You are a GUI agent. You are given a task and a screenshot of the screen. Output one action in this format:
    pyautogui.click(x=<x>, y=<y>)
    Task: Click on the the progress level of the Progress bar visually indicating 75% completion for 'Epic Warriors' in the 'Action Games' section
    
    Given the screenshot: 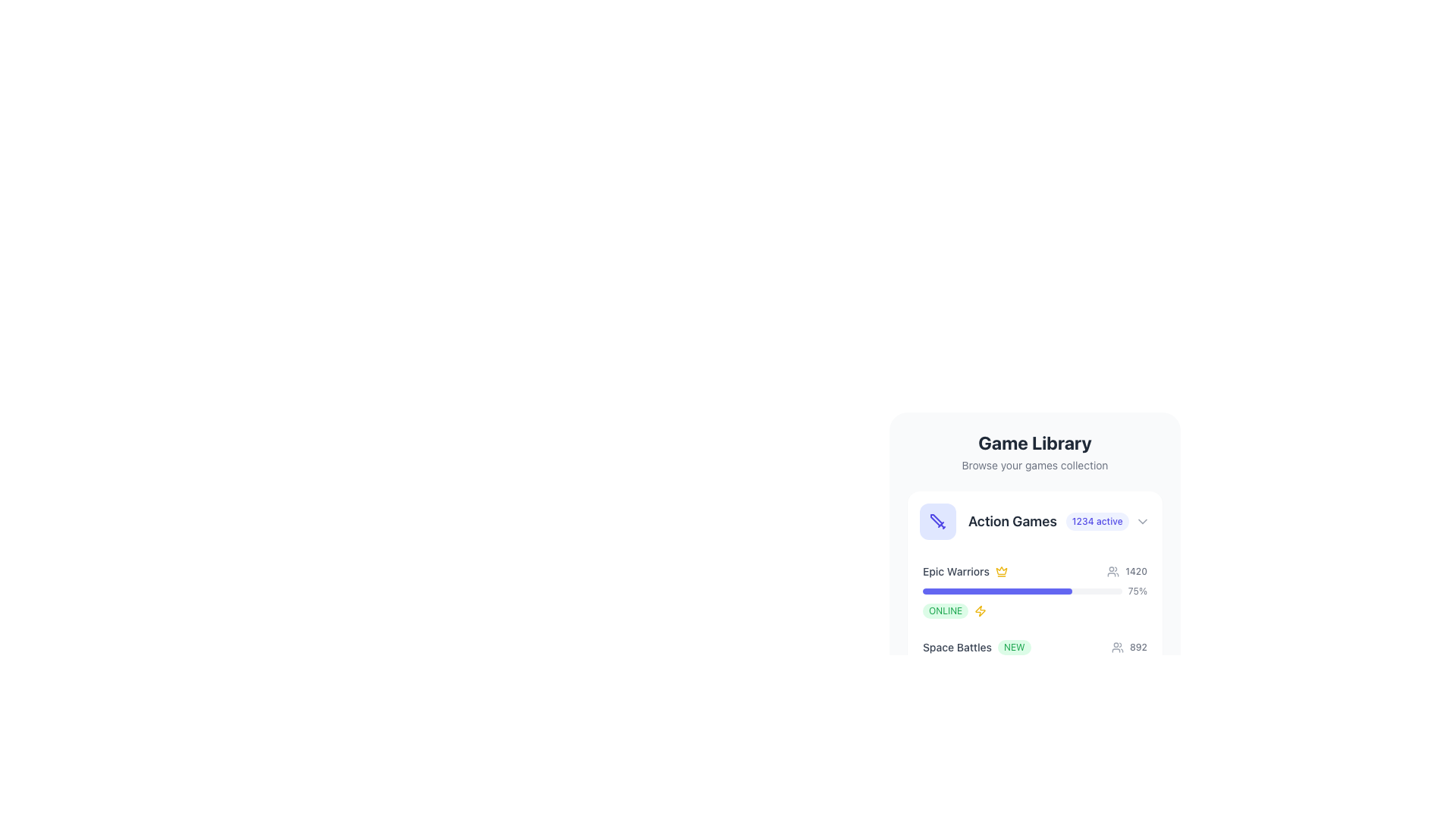 What is the action you would take?
    pyautogui.click(x=1022, y=590)
    